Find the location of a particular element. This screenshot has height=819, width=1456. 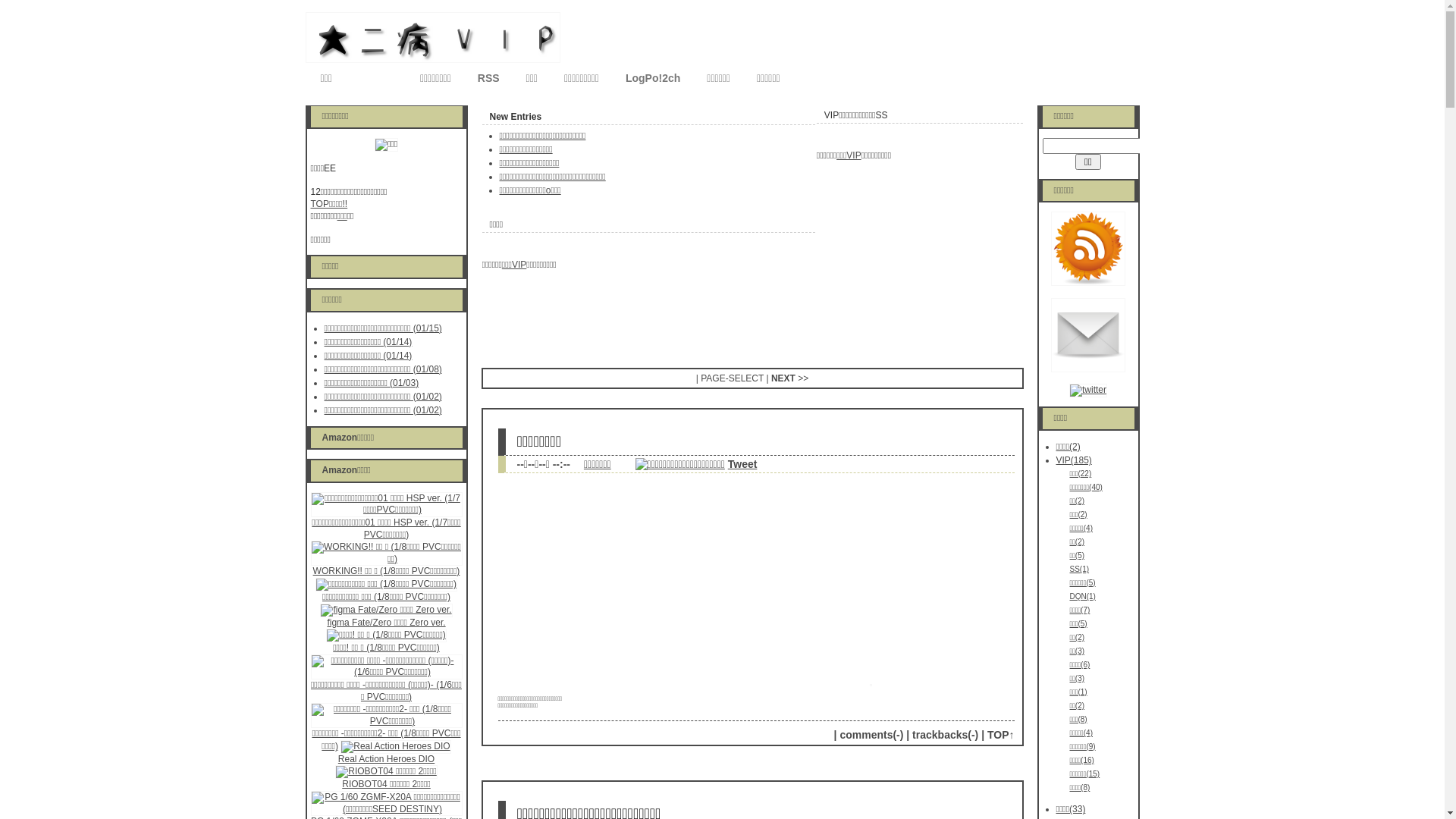

'Tweet' is located at coordinates (742, 463).